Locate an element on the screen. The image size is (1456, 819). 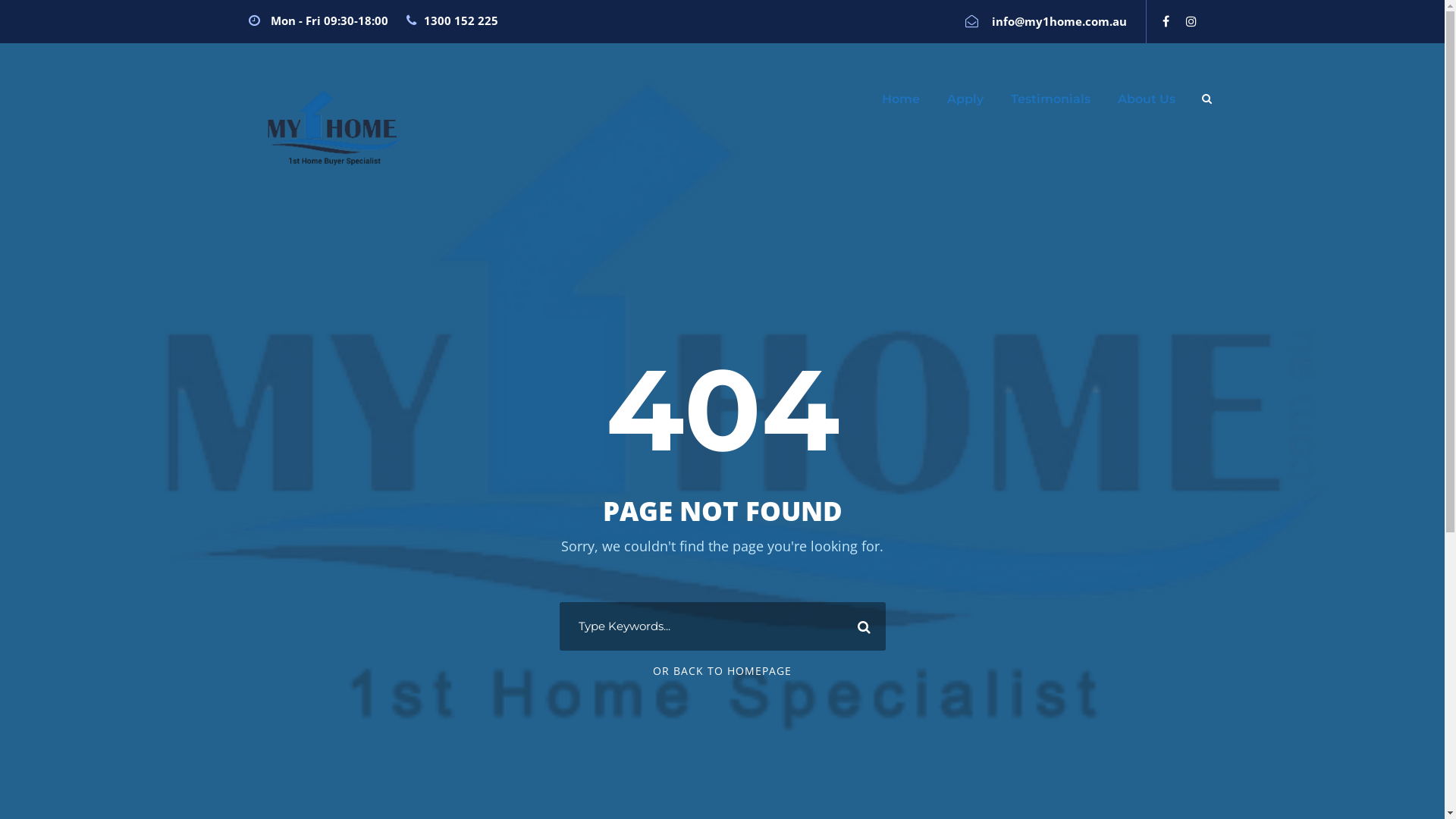
'Apply' is located at coordinates (964, 105).